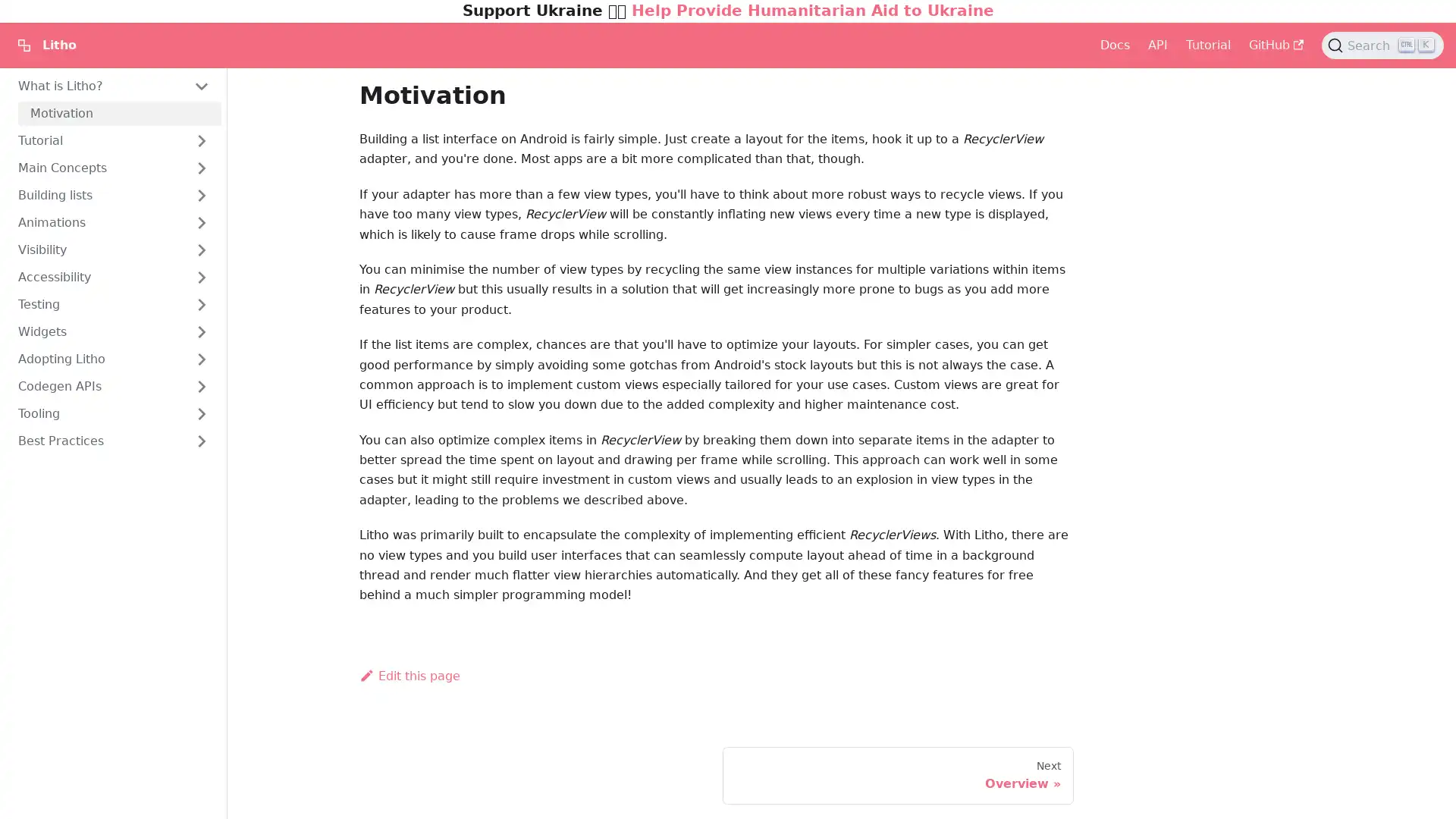  I want to click on Search, so click(1382, 45).